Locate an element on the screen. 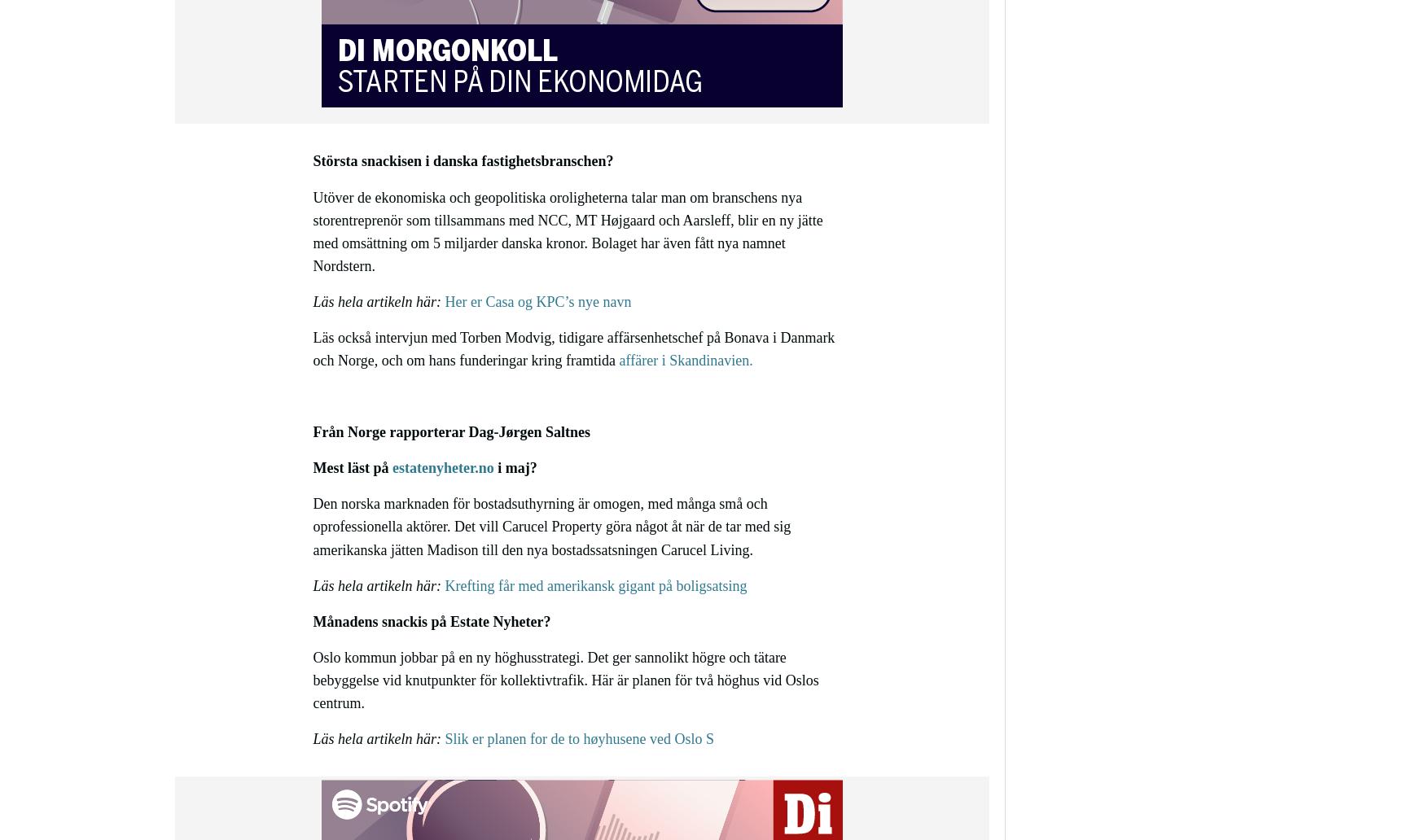 The height and width of the screenshot is (840, 1425). 'Mest läst på' is located at coordinates (351, 468).